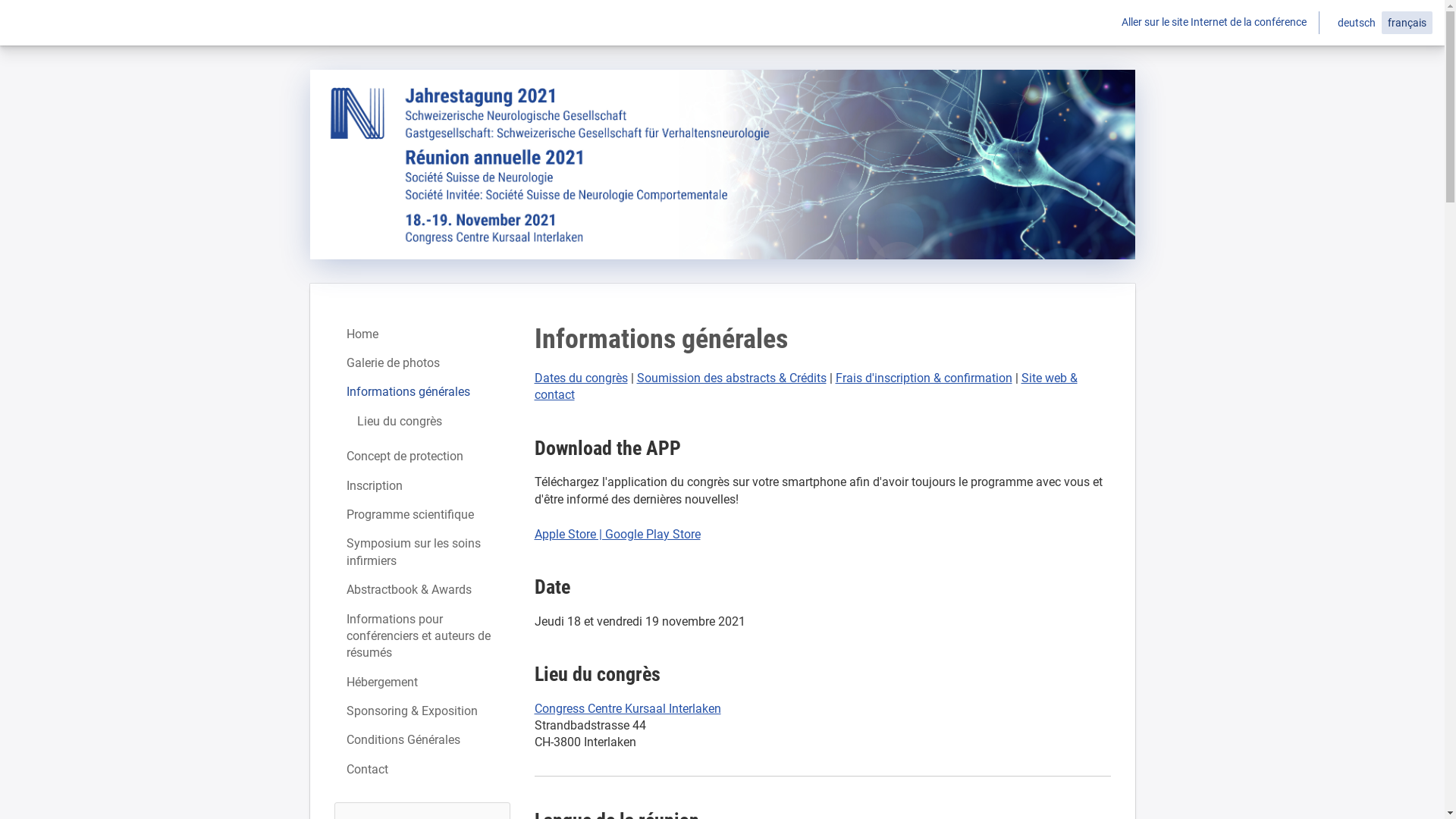 This screenshot has width=1456, height=819. I want to click on 'Concept de protection', so click(422, 455).